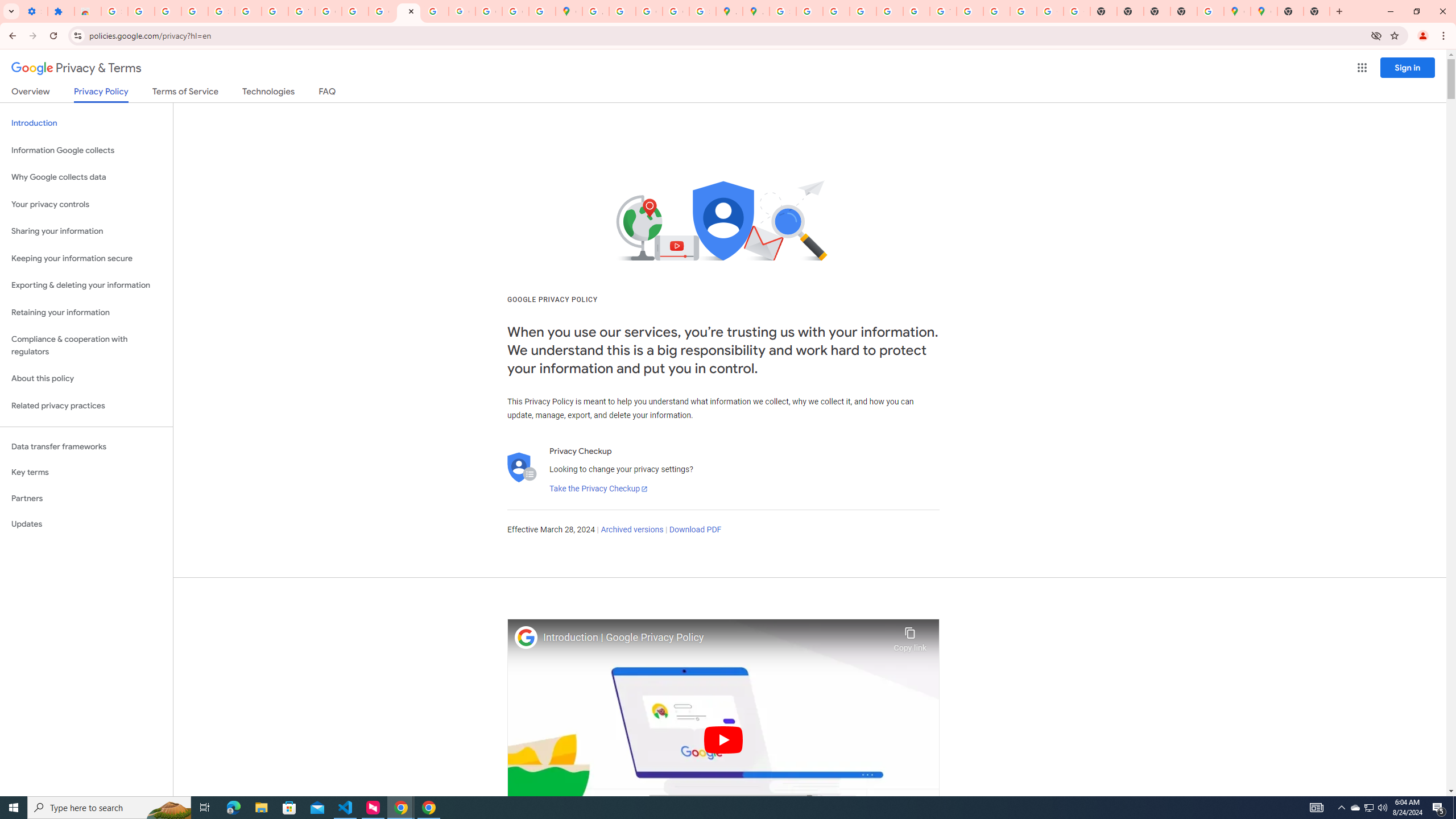  Describe the element at coordinates (1423, 35) in the screenshot. I see `'You'` at that location.